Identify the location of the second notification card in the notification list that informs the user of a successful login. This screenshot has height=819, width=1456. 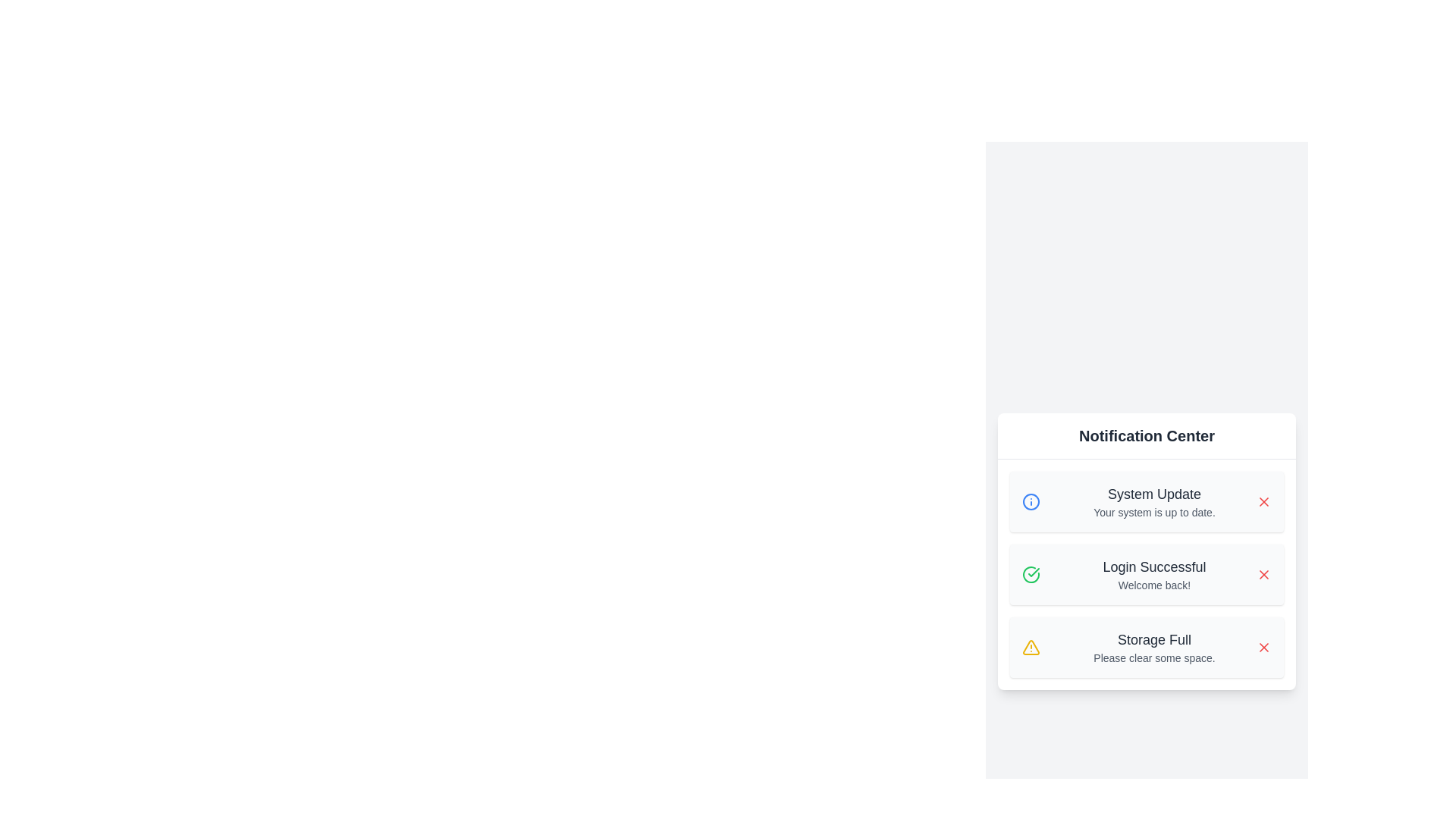
(1147, 574).